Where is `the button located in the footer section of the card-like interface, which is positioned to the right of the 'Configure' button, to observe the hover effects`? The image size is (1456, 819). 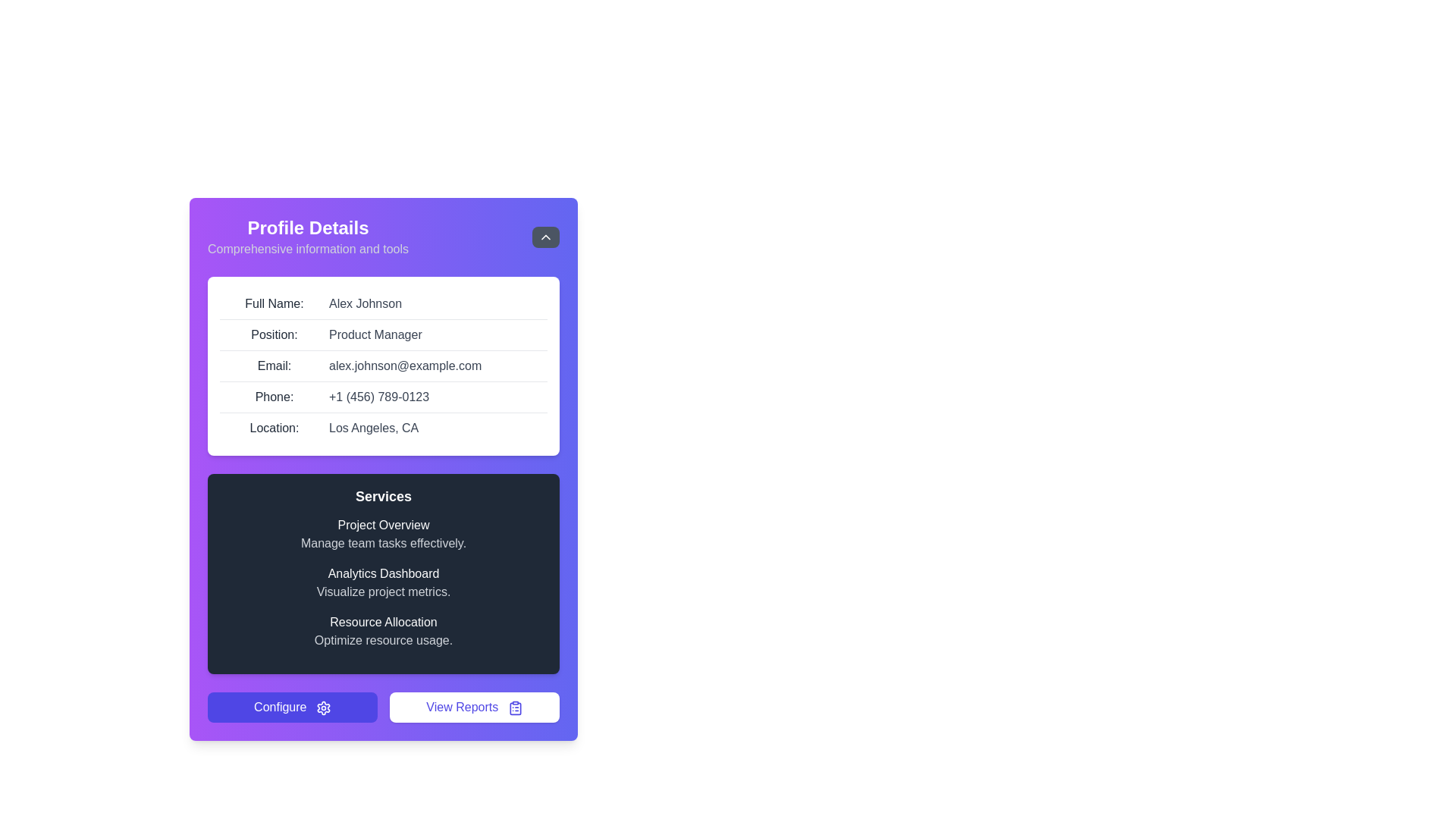
the button located in the footer section of the card-like interface, which is positioned to the right of the 'Configure' button, to observe the hover effects is located at coordinates (473, 708).